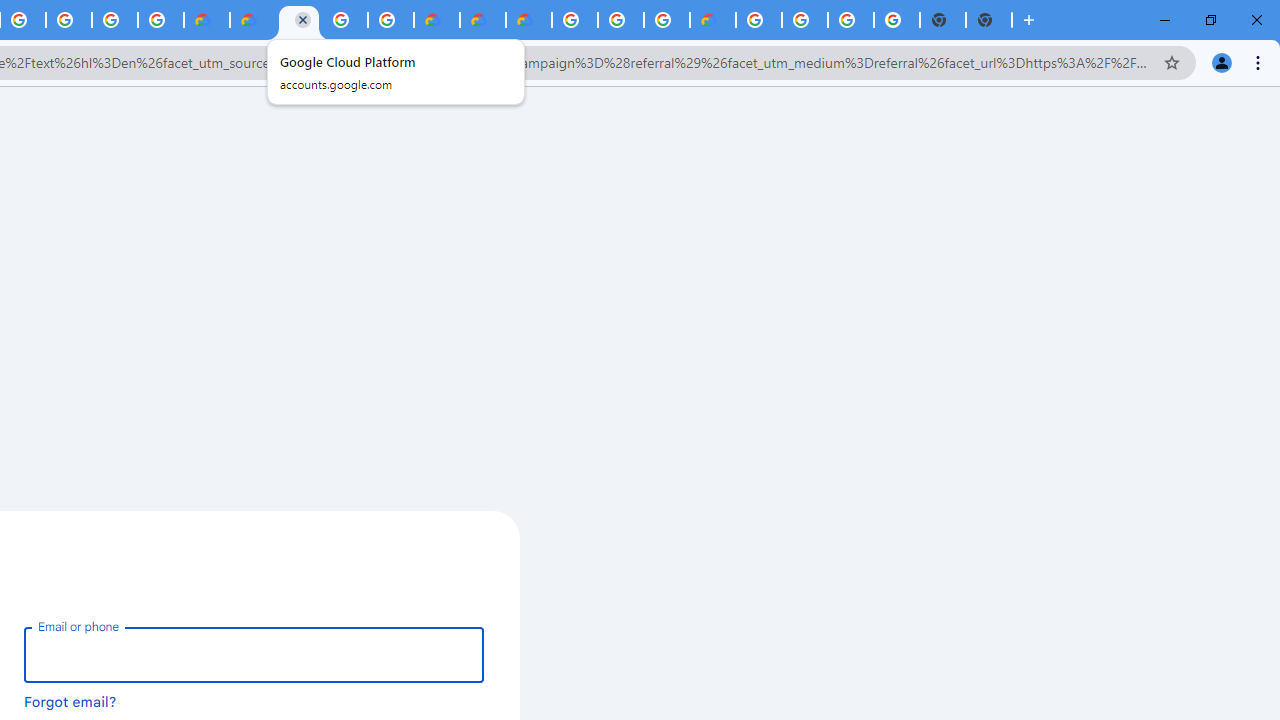 The width and height of the screenshot is (1280, 720). Describe the element at coordinates (482, 20) in the screenshot. I see `'Google Cloud Pricing Calculator'` at that location.